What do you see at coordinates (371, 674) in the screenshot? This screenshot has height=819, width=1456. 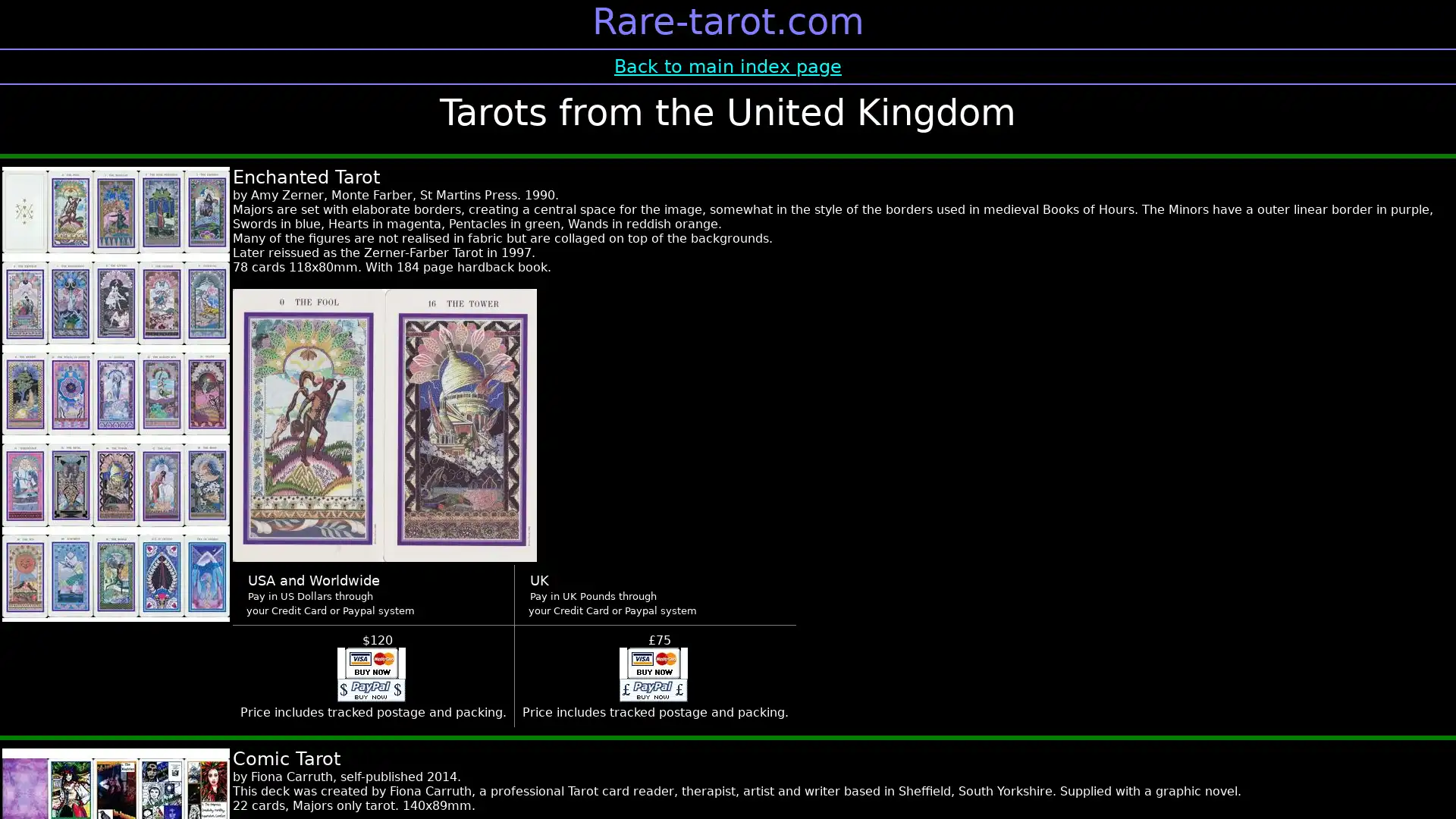 I see `Make payment in US $ using PayPal` at bounding box center [371, 674].